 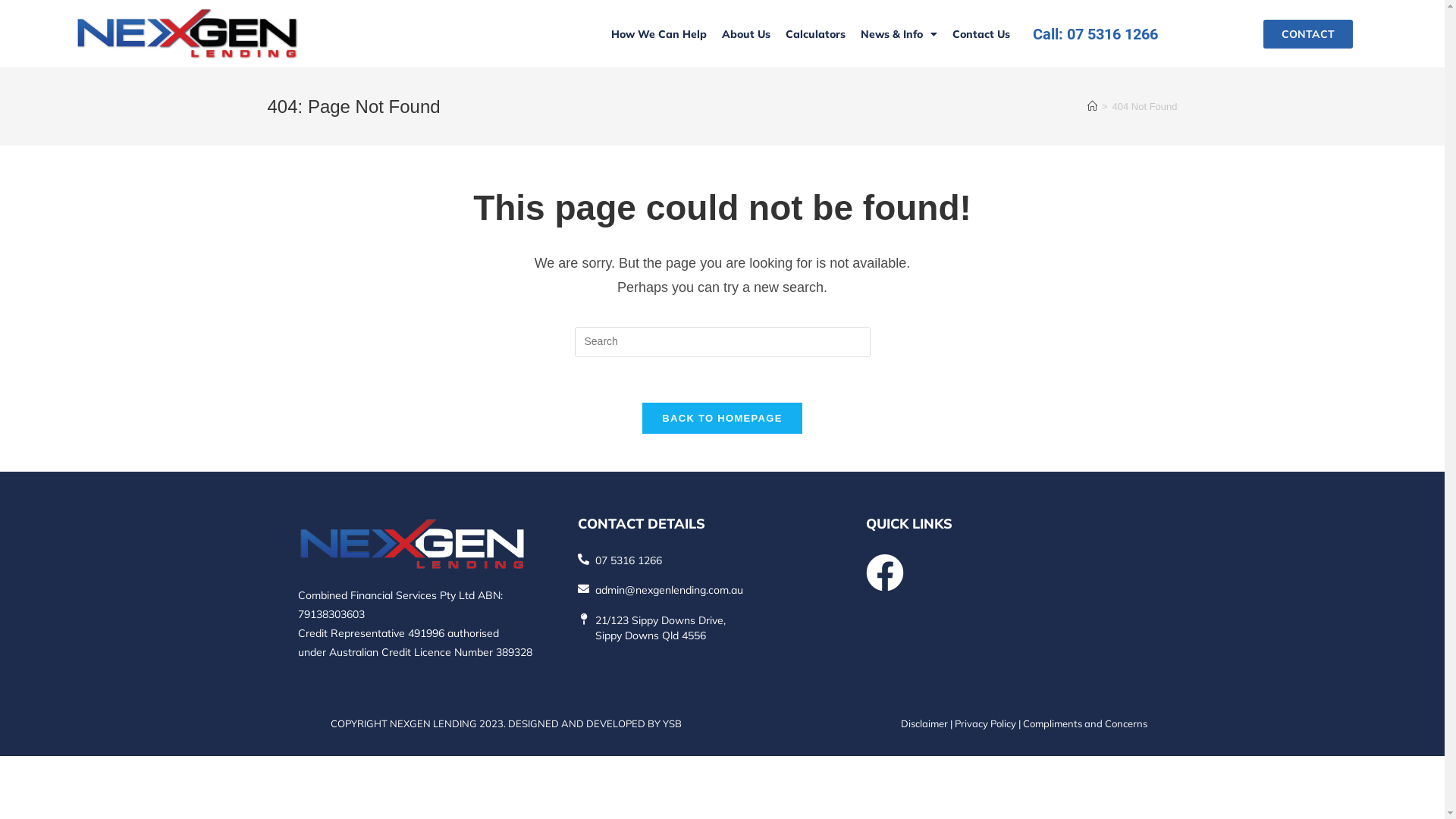 What do you see at coordinates (899, 34) in the screenshot?
I see `'News & Info'` at bounding box center [899, 34].